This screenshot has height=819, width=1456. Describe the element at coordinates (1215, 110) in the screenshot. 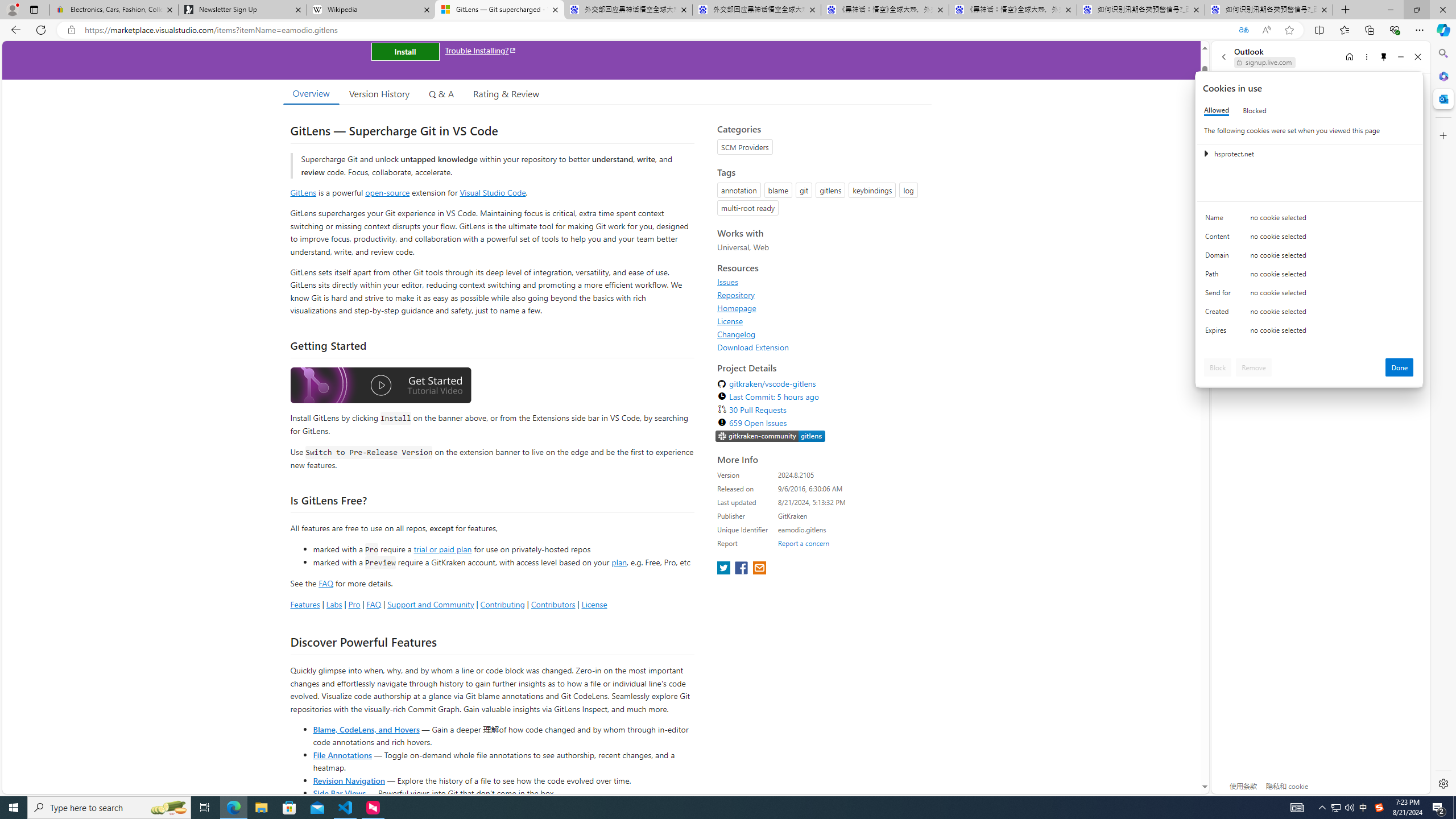

I see `'Allowed'` at that location.